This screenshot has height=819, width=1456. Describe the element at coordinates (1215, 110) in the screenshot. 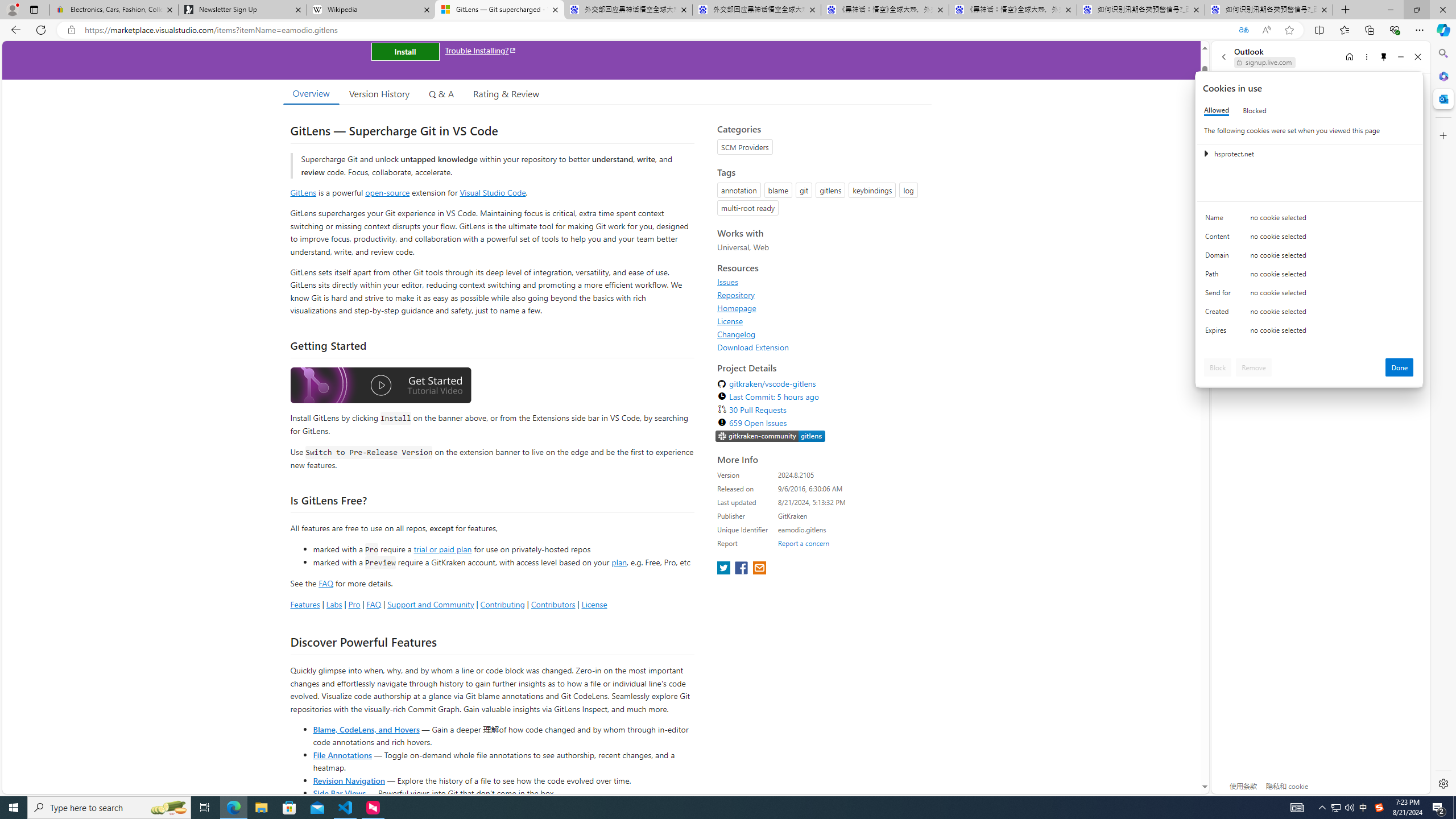

I see `'Allowed'` at that location.